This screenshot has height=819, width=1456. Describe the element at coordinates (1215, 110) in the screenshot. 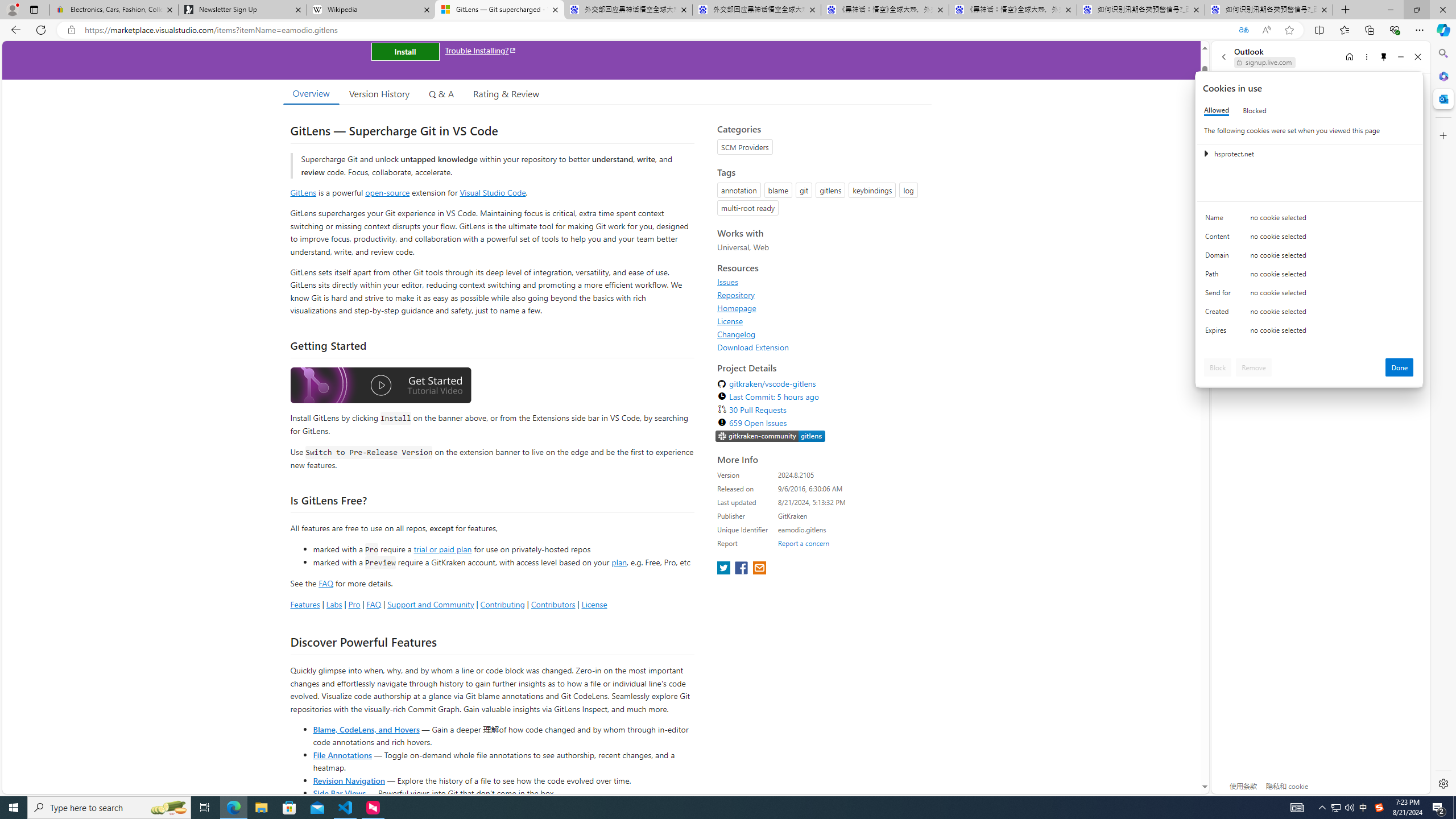

I see `'Allowed'` at that location.